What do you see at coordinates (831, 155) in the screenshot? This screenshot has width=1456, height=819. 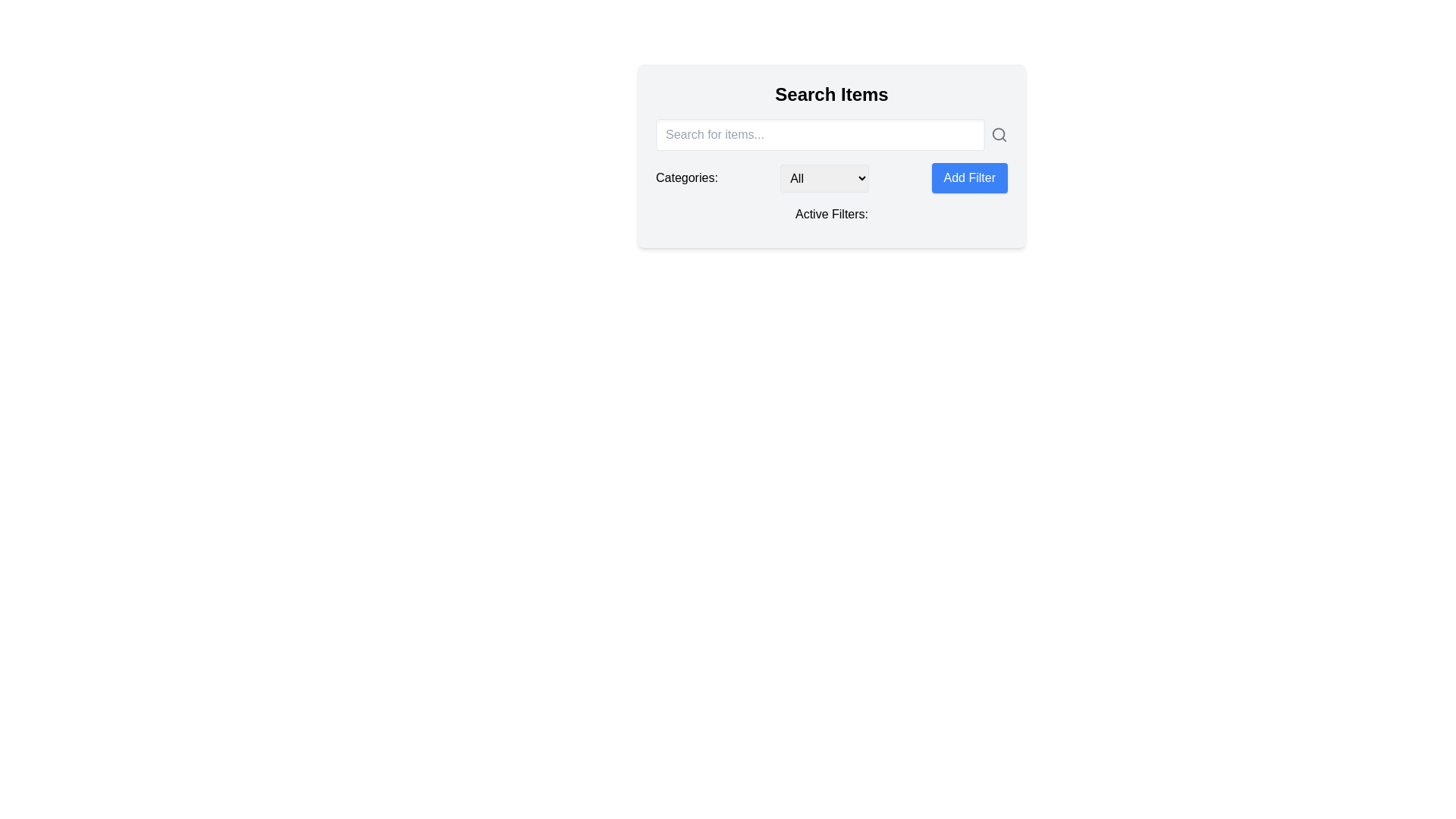 I see `a category from the dropdown in the gray rectangular card titled 'Search Items' that contains various interface elements including a search input and an 'Add Filter' button` at bounding box center [831, 155].